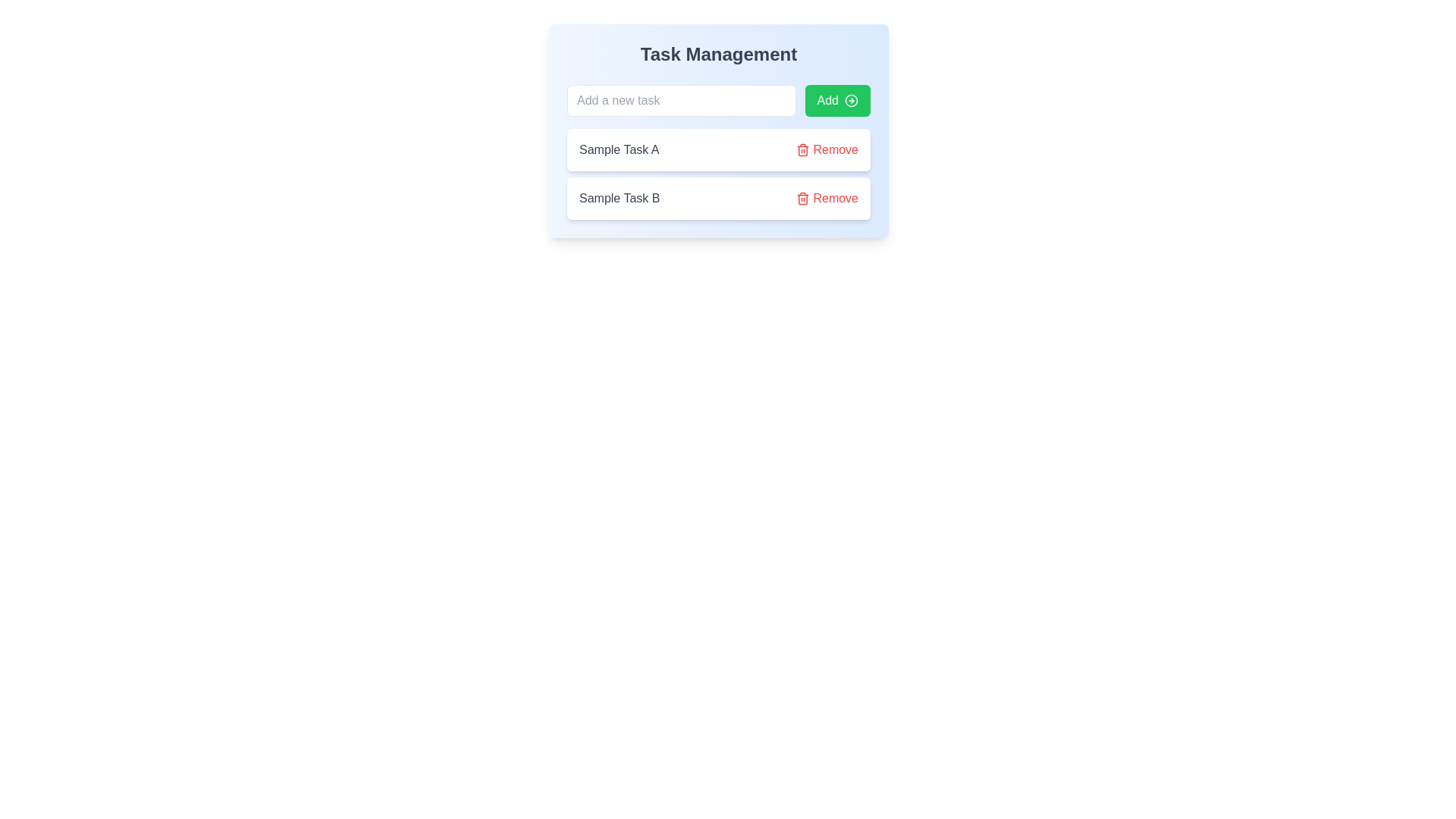  What do you see at coordinates (802, 198) in the screenshot?
I see `the icon that provides a visual cue for the removal action associated with the 'Remove' button, which is the leftmost component in the 'Remove' button group adjacent to each task listed in the task management interface` at bounding box center [802, 198].